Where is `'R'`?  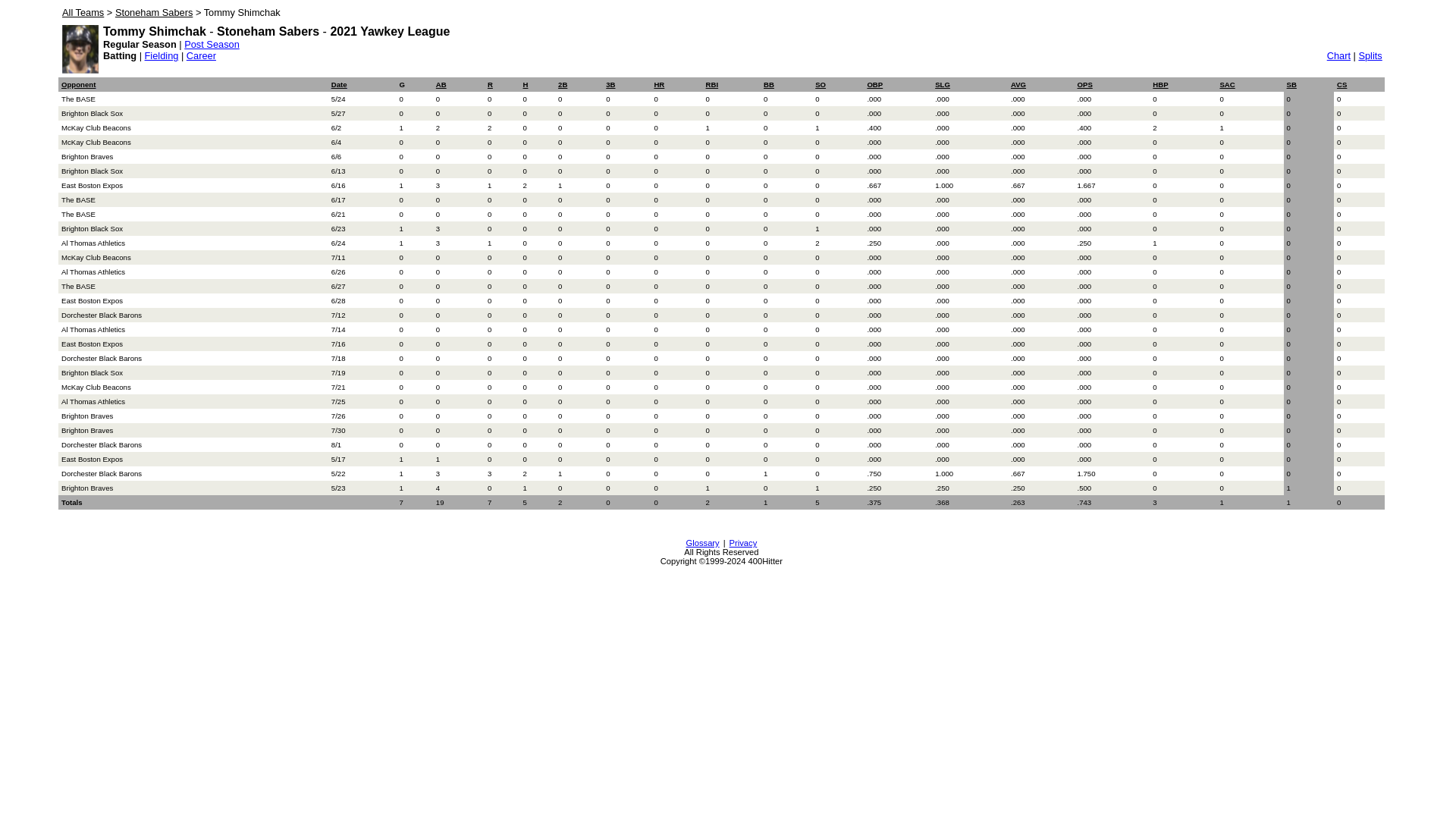
'R' is located at coordinates (490, 84).